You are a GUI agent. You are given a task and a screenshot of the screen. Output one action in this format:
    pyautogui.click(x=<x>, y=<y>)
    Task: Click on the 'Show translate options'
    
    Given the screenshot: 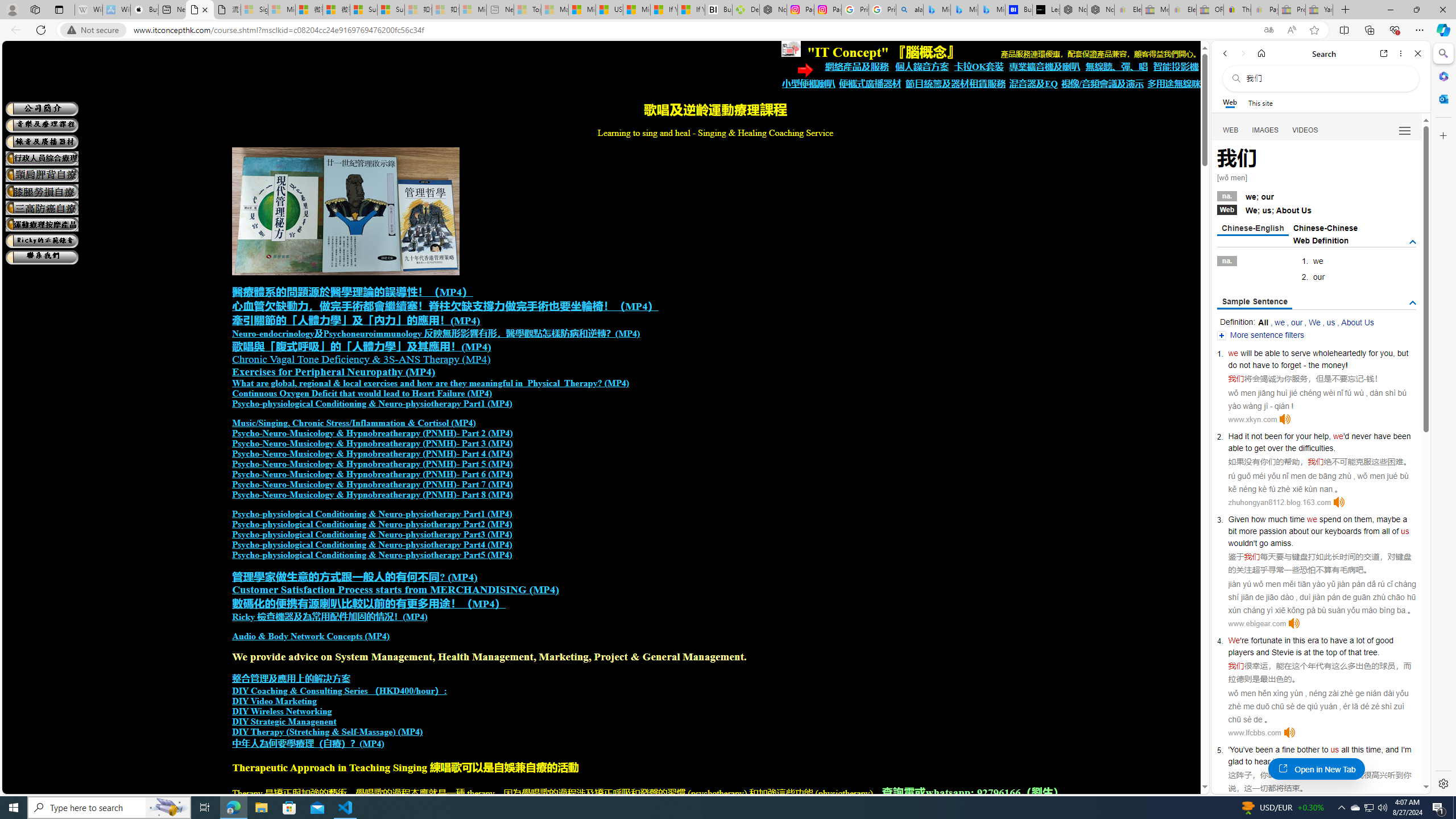 What is the action you would take?
    pyautogui.click(x=1268, y=30)
    